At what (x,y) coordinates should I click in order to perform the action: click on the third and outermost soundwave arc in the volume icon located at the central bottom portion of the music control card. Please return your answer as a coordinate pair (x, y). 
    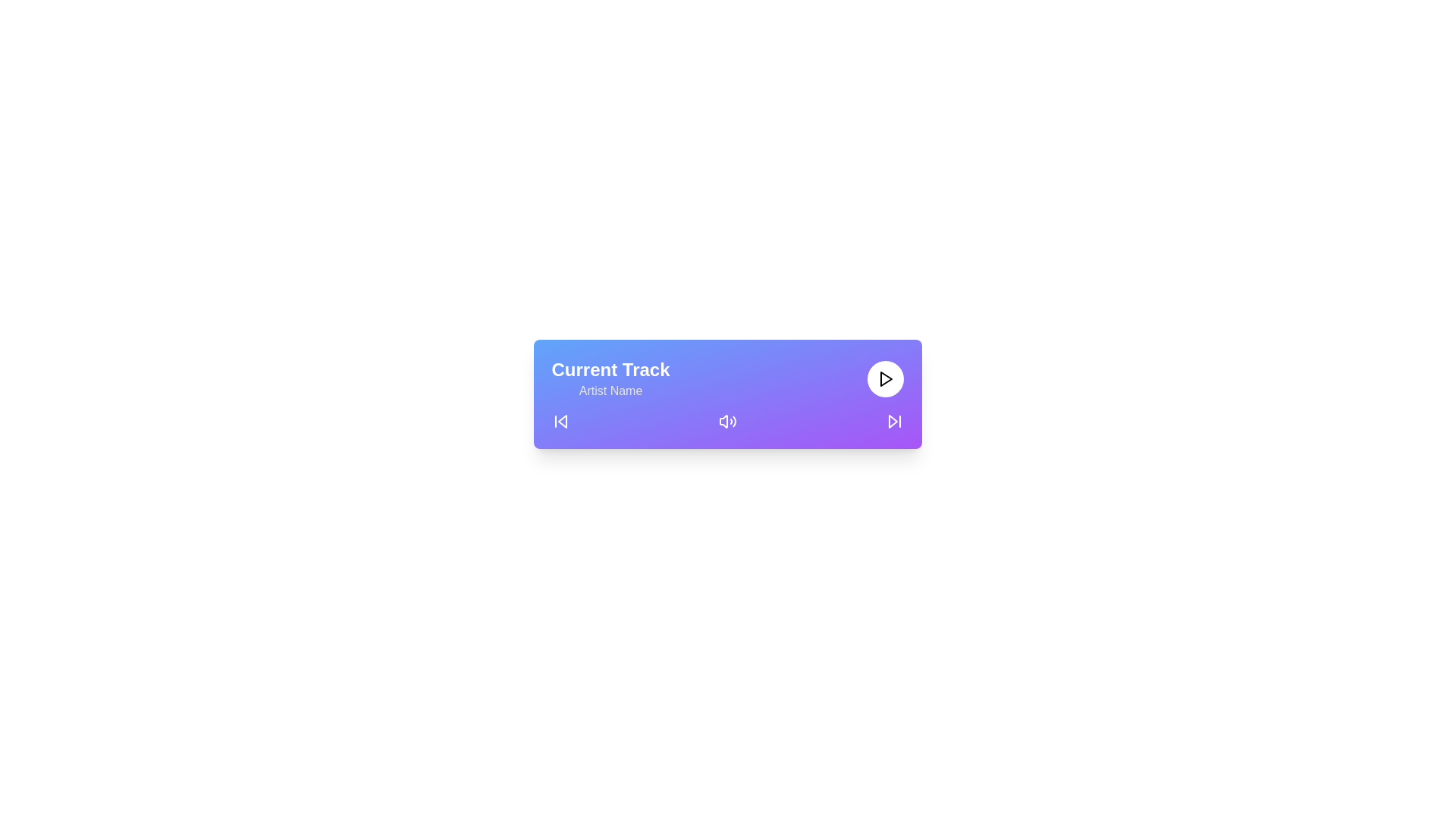
    Looking at the image, I should click on (734, 421).